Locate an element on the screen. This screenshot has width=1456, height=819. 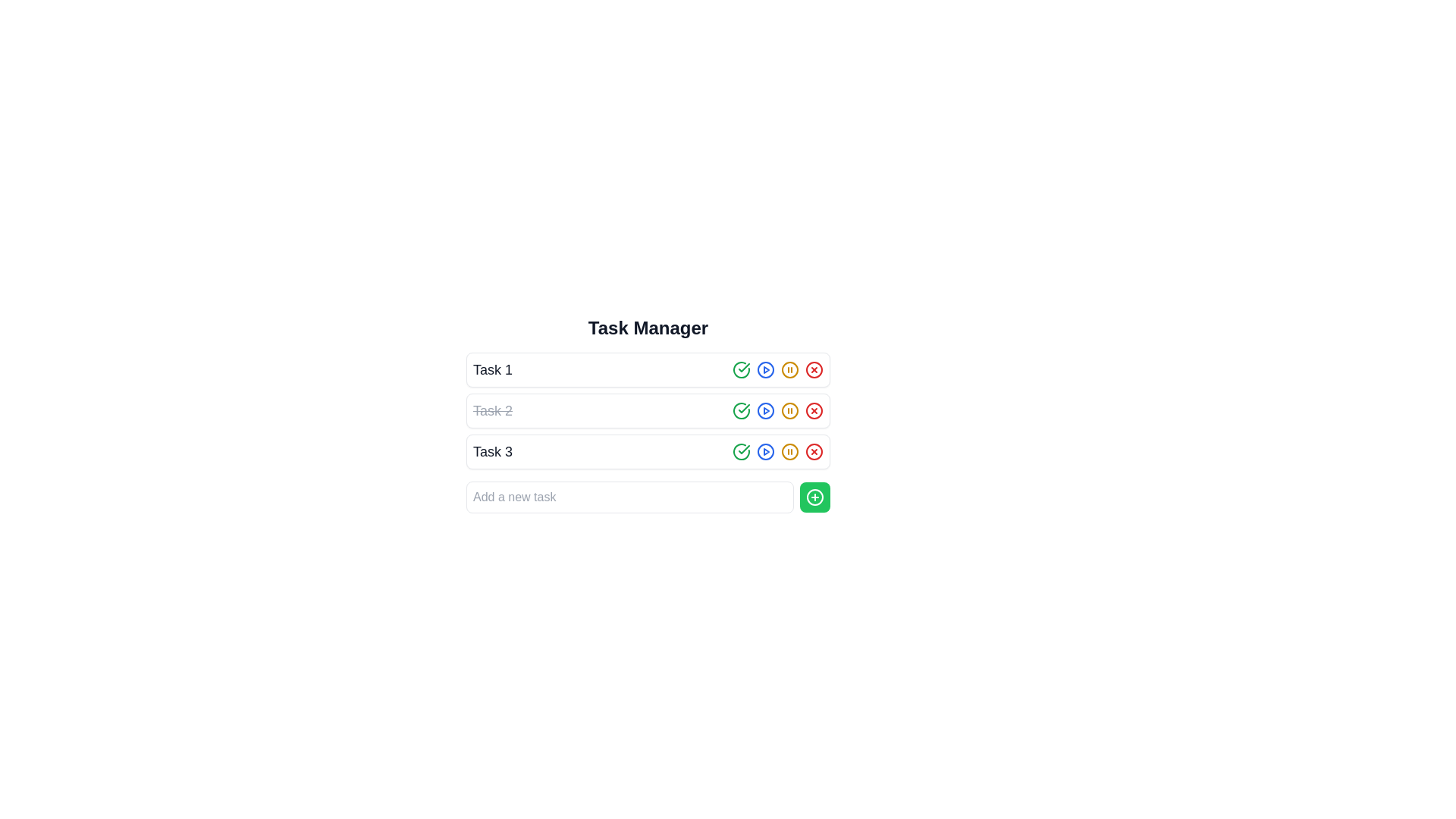
the delete button icon for 'Task 2' is located at coordinates (814, 411).